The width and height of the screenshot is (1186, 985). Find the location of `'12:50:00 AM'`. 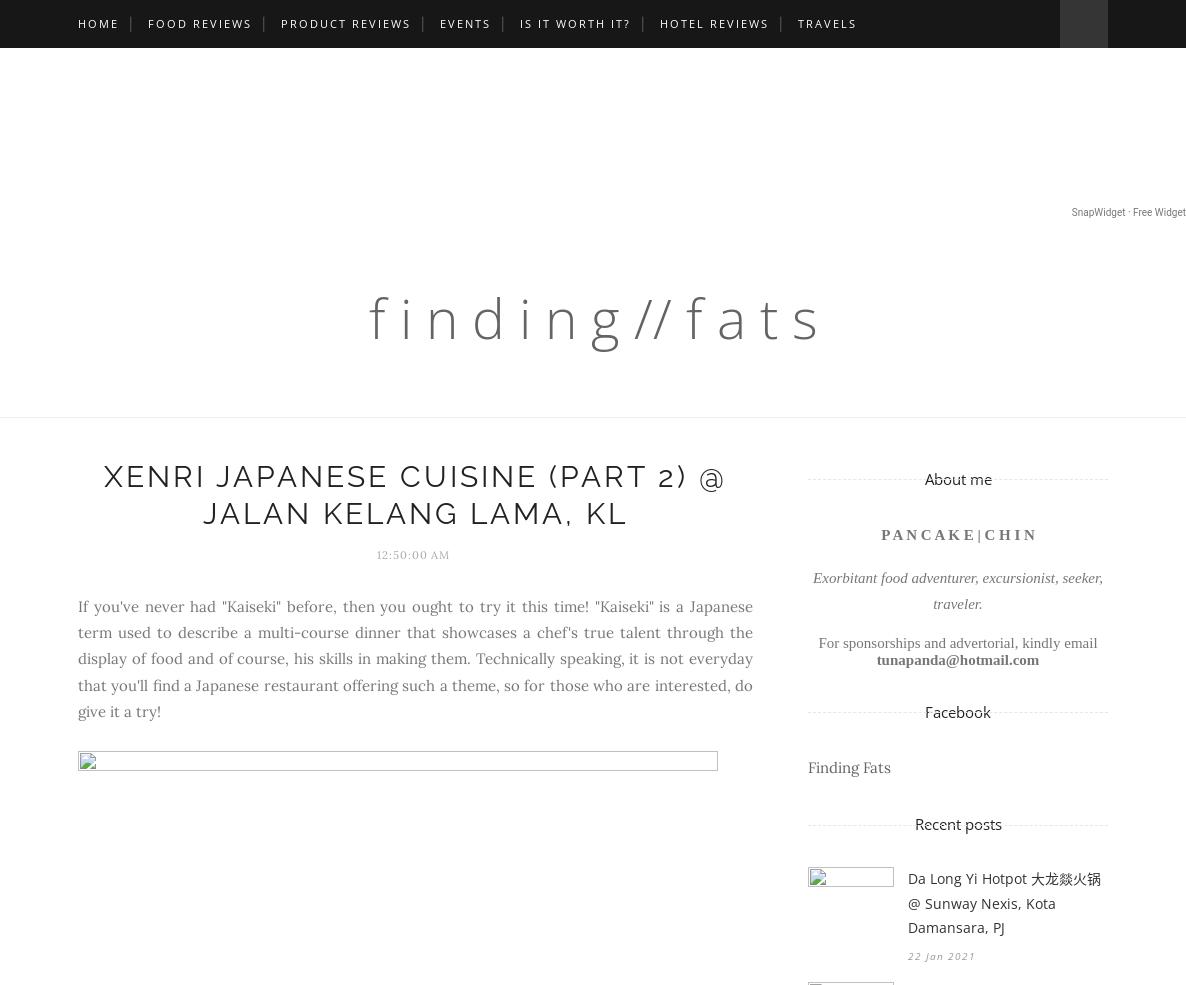

'12:50:00 AM' is located at coordinates (374, 553).